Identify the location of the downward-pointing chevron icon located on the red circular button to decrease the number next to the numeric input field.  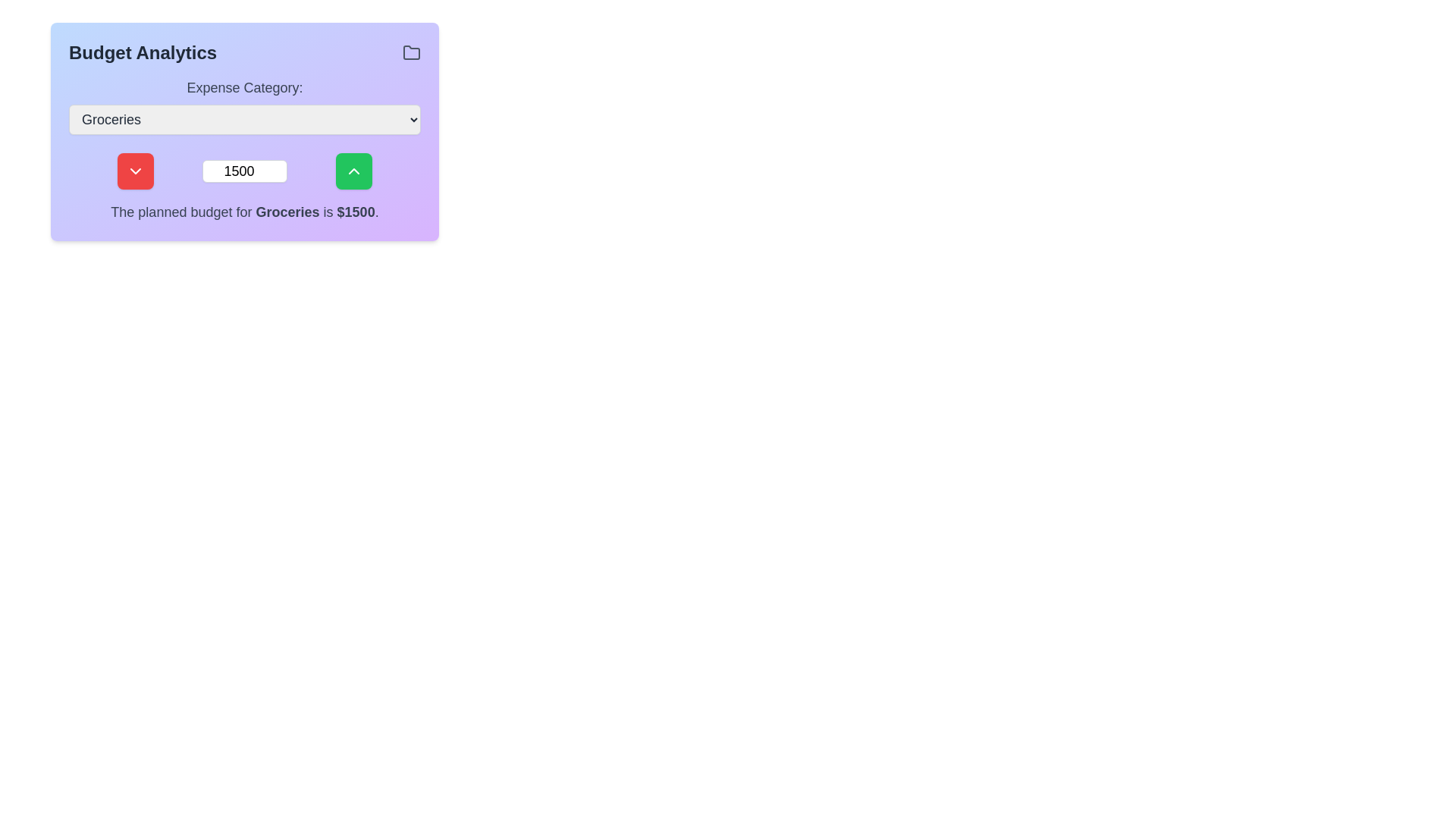
(135, 171).